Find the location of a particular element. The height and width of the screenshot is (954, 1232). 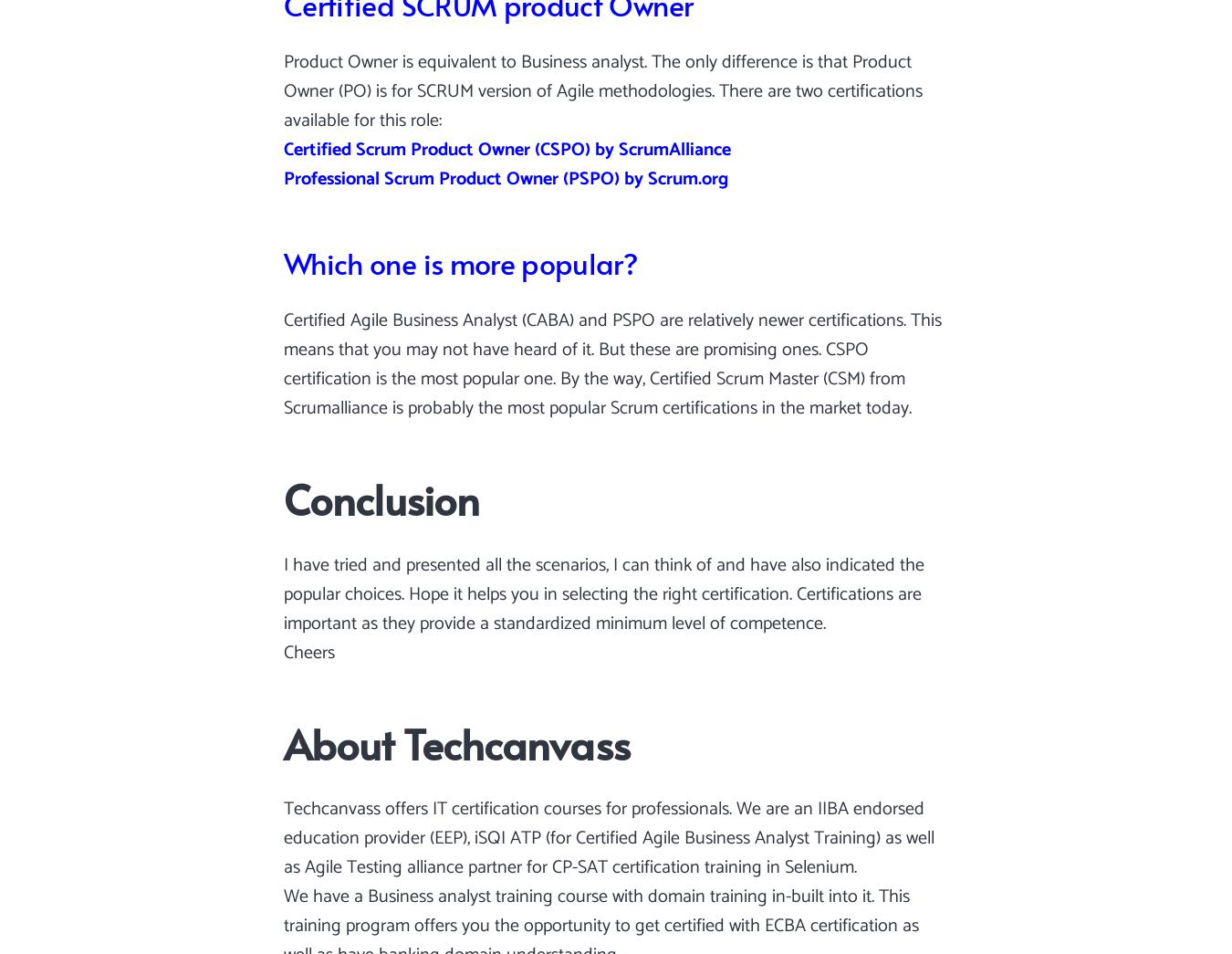

'Which one is more popular?' is located at coordinates (283, 261).